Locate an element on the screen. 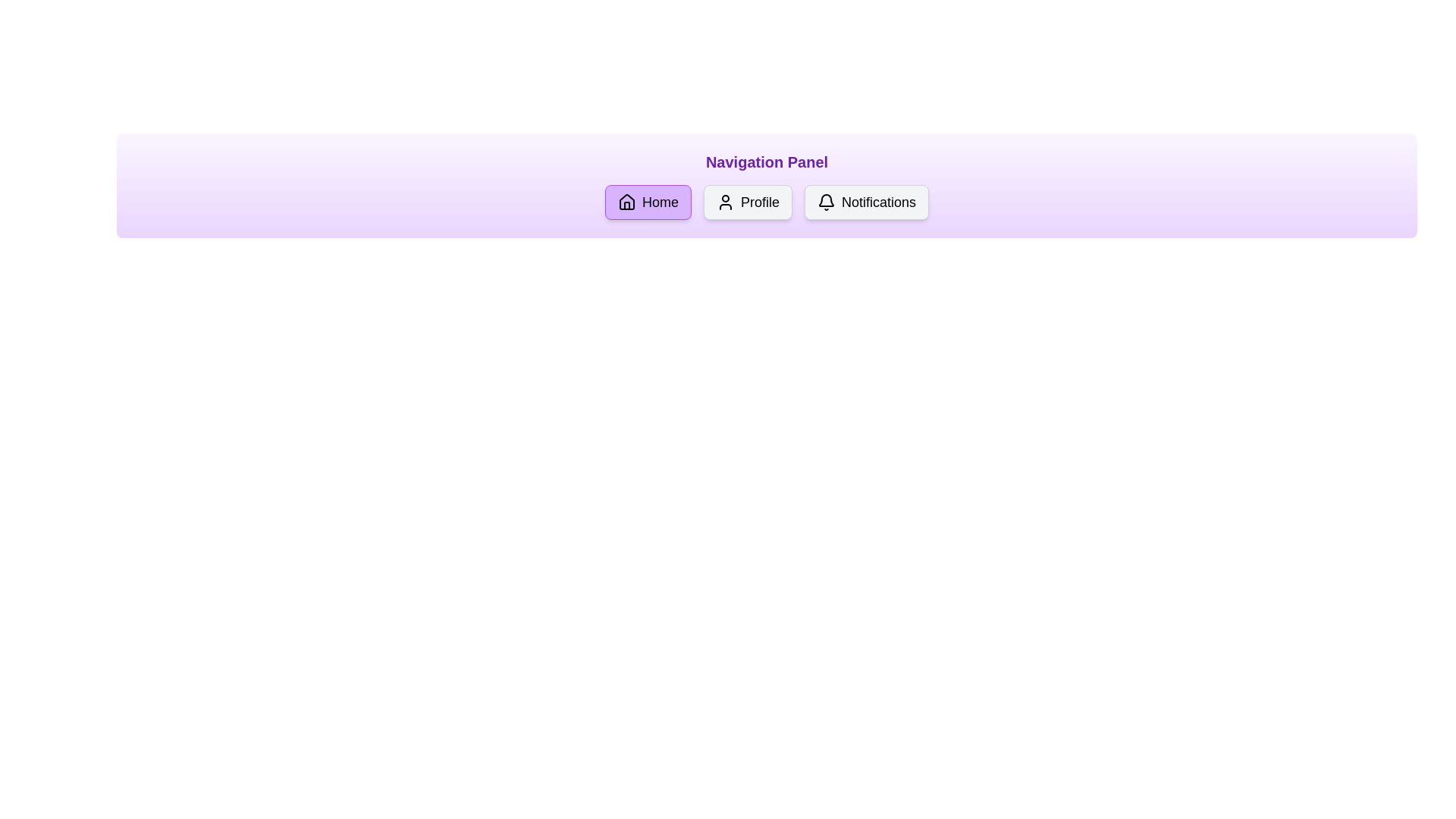  the navigation option Profile by clicking its corresponding button is located at coordinates (748, 201).